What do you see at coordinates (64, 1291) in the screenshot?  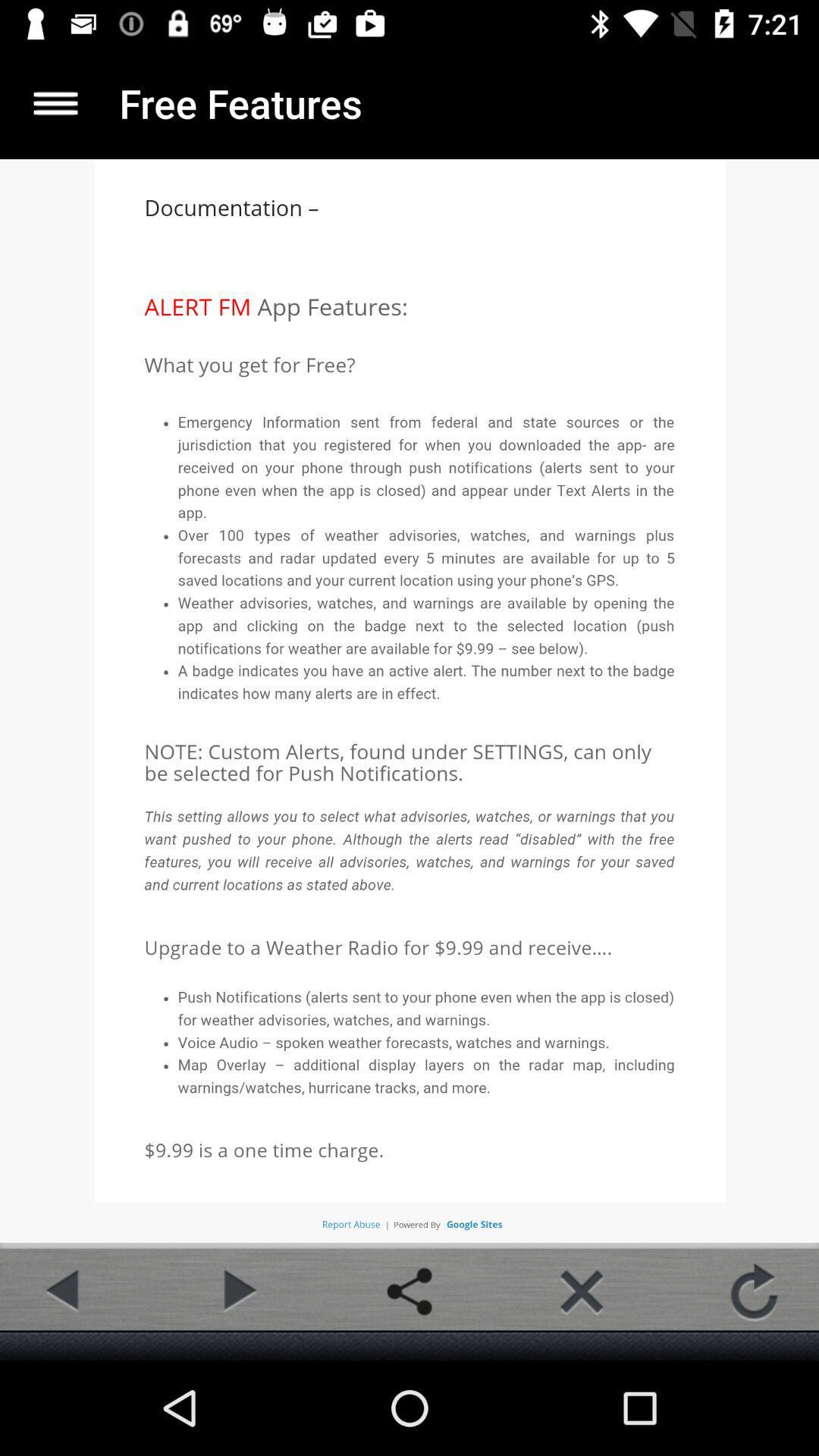 I see `previous` at bounding box center [64, 1291].